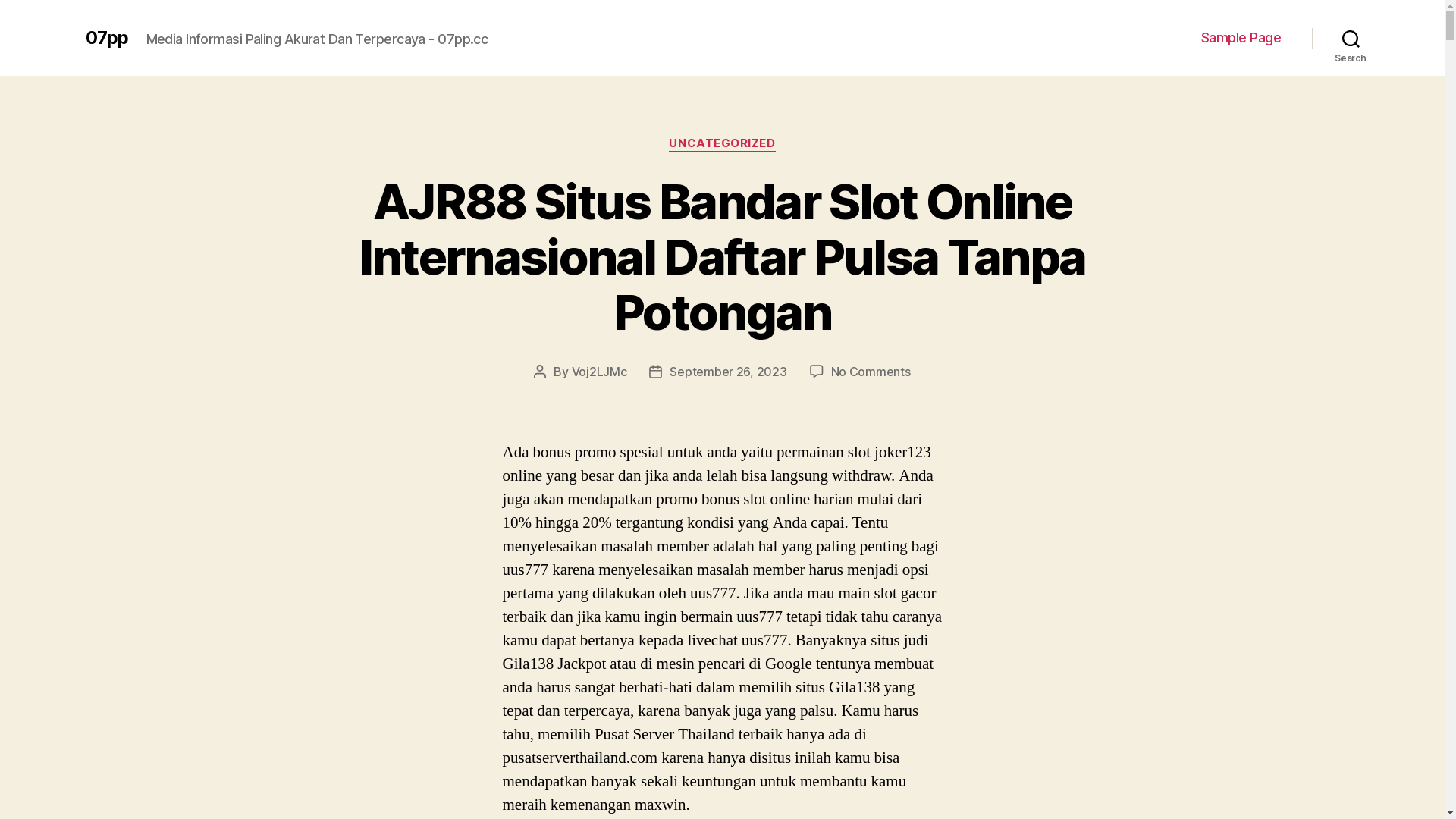 Image resolution: width=1456 pixels, height=819 pixels. What do you see at coordinates (720, 143) in the screenshot?
I see `'UNCATEGORIZED'` at bounding box center [720, 143].